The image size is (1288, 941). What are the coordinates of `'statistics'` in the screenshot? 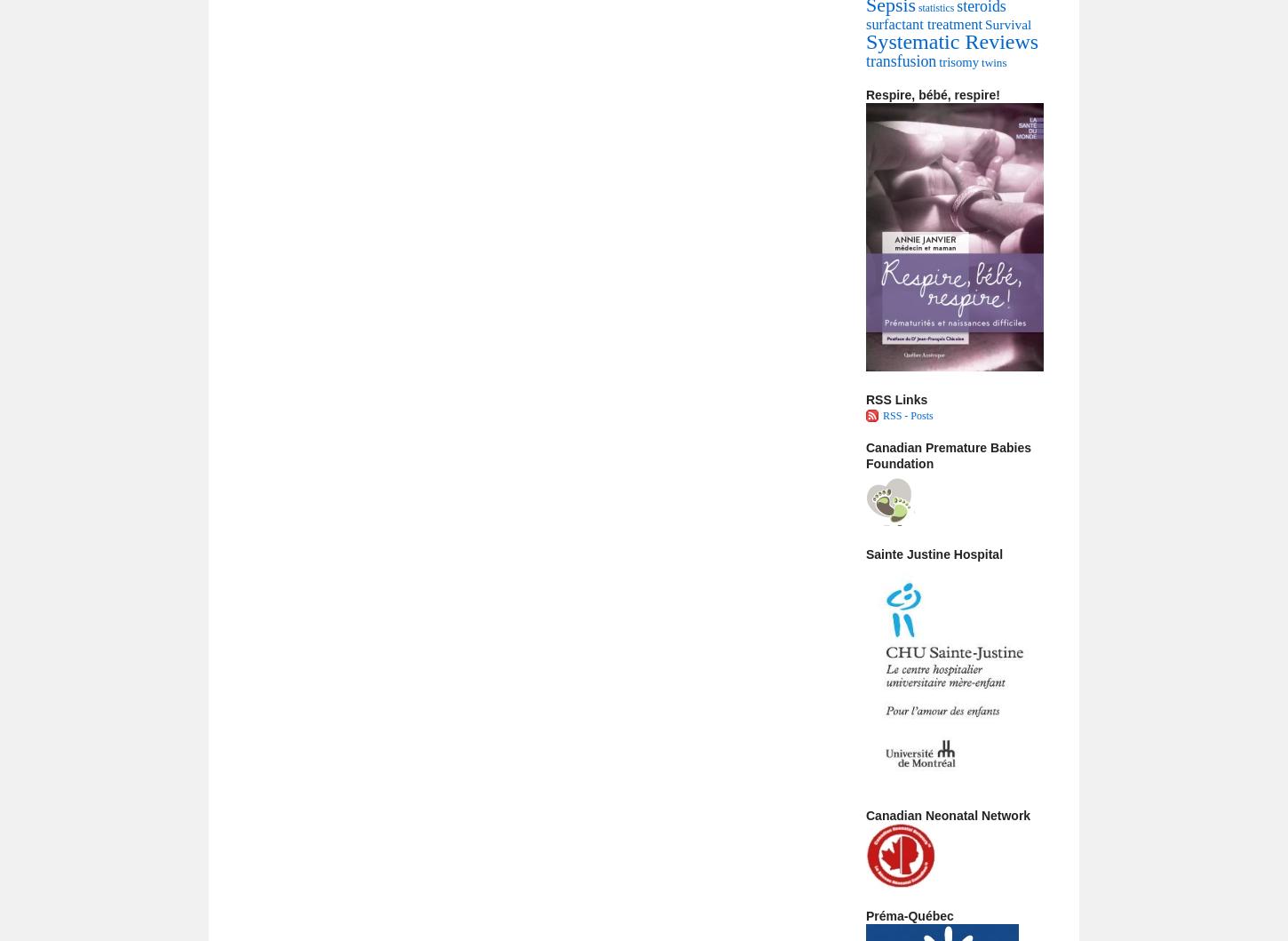 It's located at (918, 8).